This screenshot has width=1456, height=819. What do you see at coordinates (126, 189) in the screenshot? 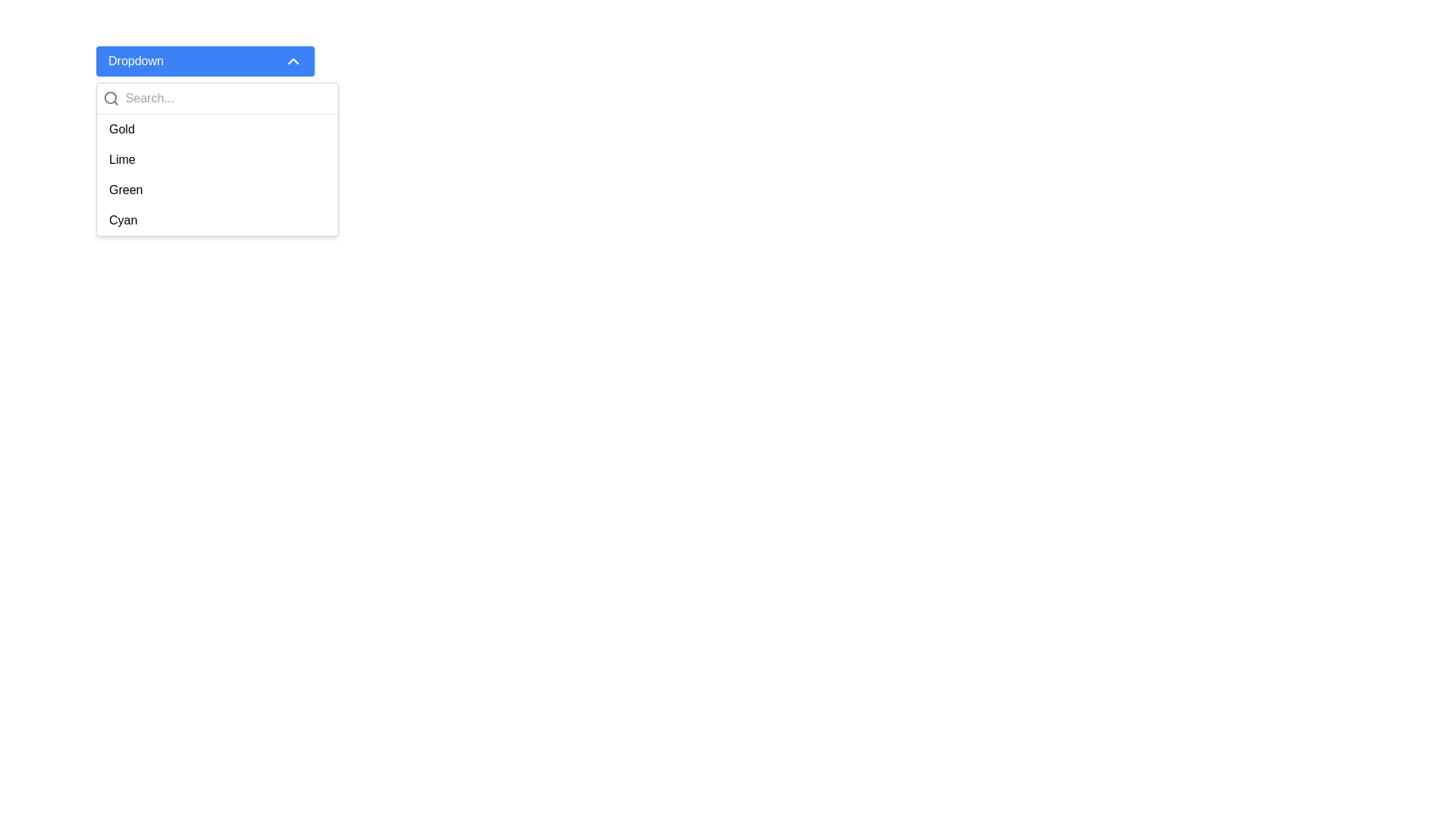
I see `the 'Green' option in the dropdown menu list, which is the third item beneath the search bar` at bounding box center [126, 189].